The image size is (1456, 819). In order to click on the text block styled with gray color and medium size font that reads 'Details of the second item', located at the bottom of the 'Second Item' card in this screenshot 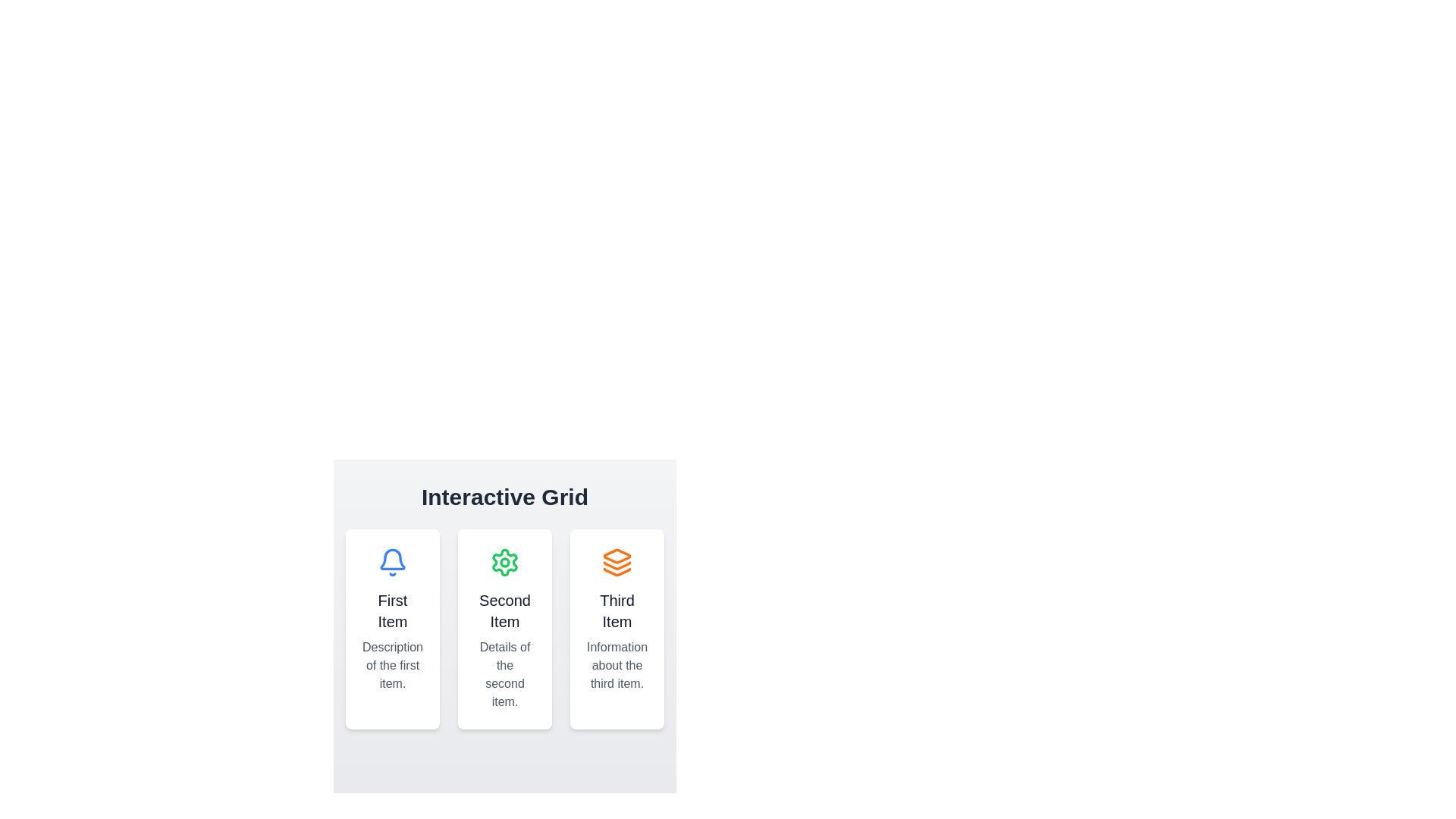, I will do `click(505, 674)`.